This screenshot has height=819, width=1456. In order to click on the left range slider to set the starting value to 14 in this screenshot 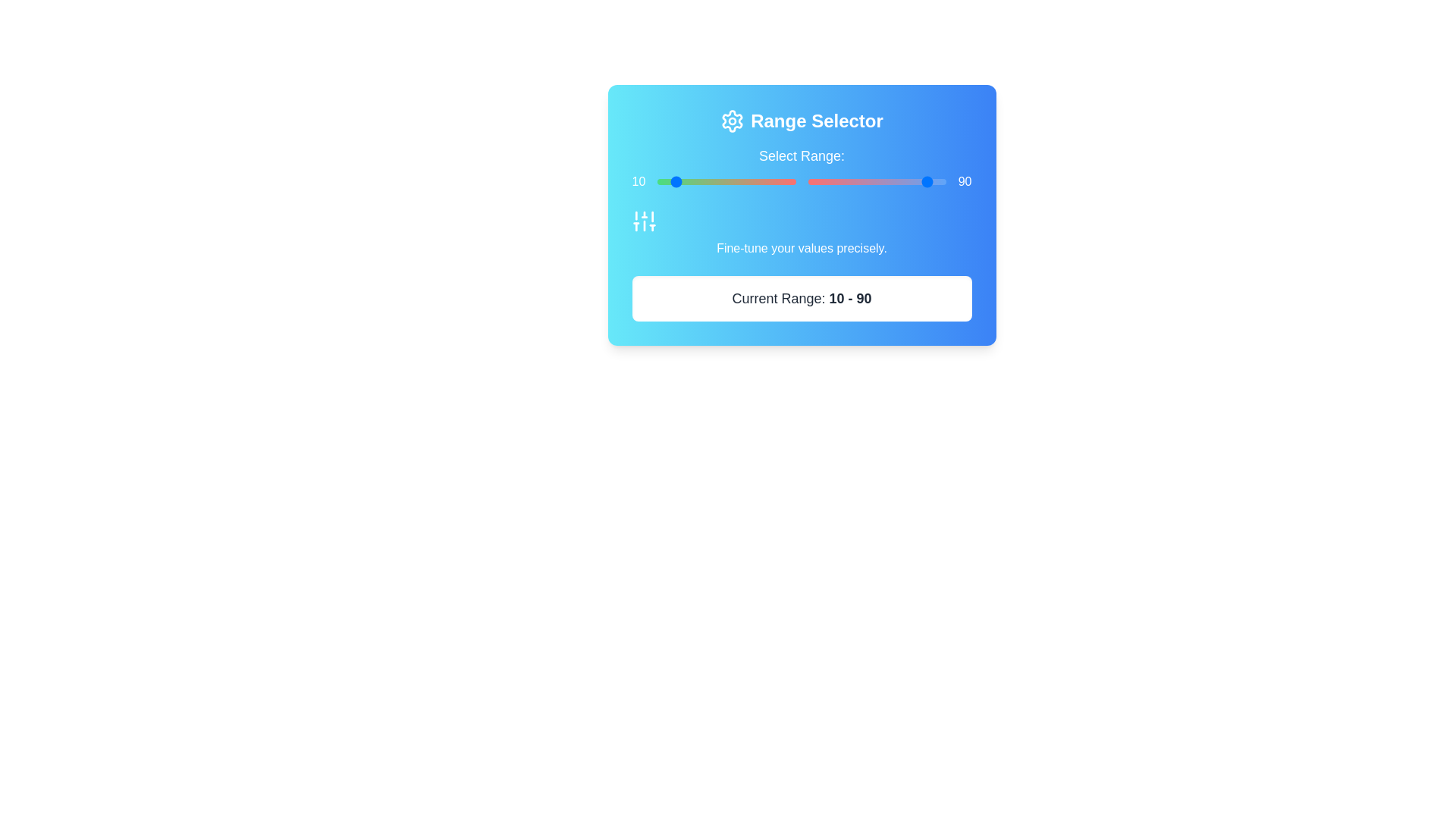, I will do `click(676, 180)`.